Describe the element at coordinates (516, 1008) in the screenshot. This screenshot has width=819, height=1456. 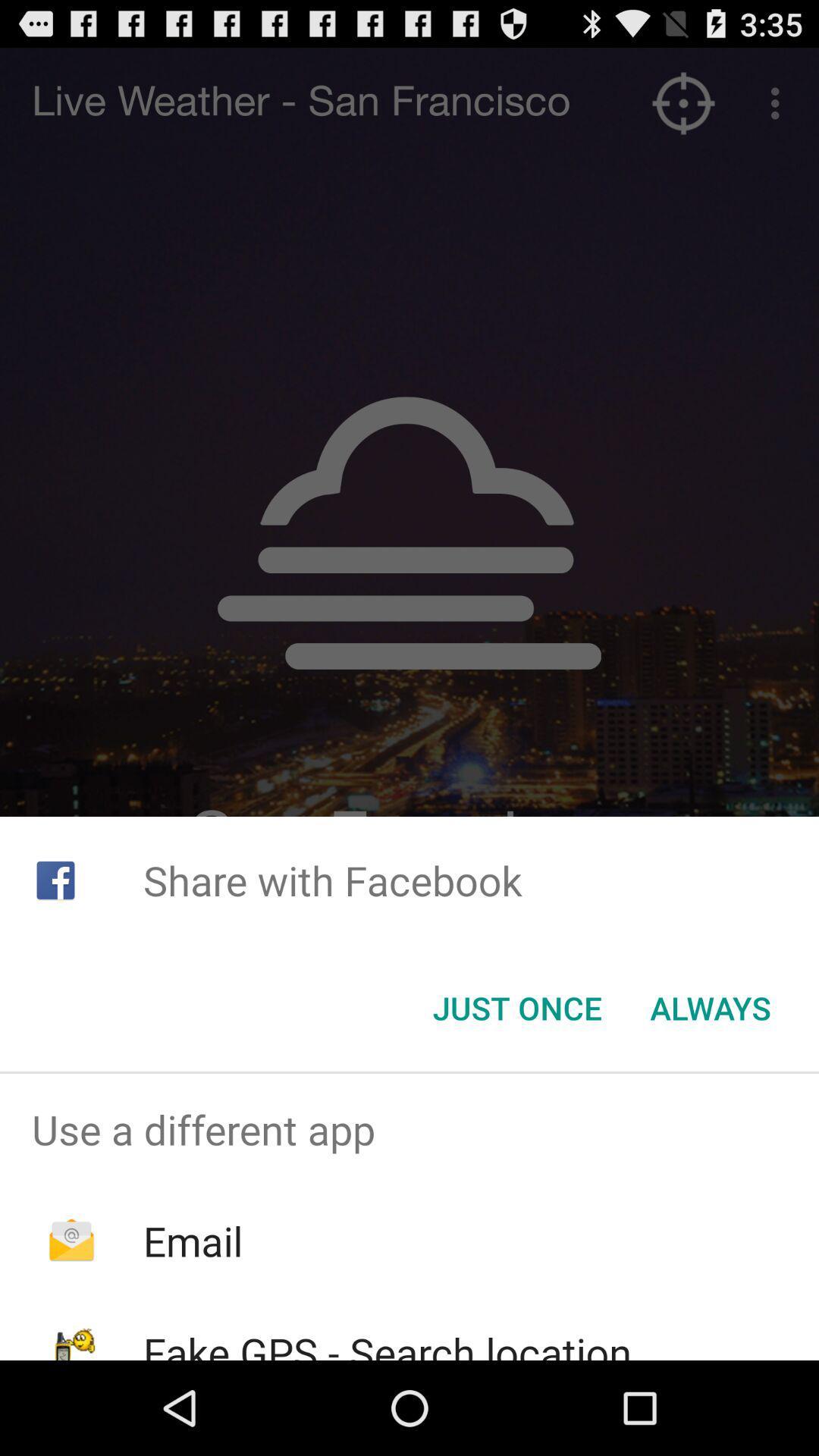
I see `the icon to the left of always icon` at that location.